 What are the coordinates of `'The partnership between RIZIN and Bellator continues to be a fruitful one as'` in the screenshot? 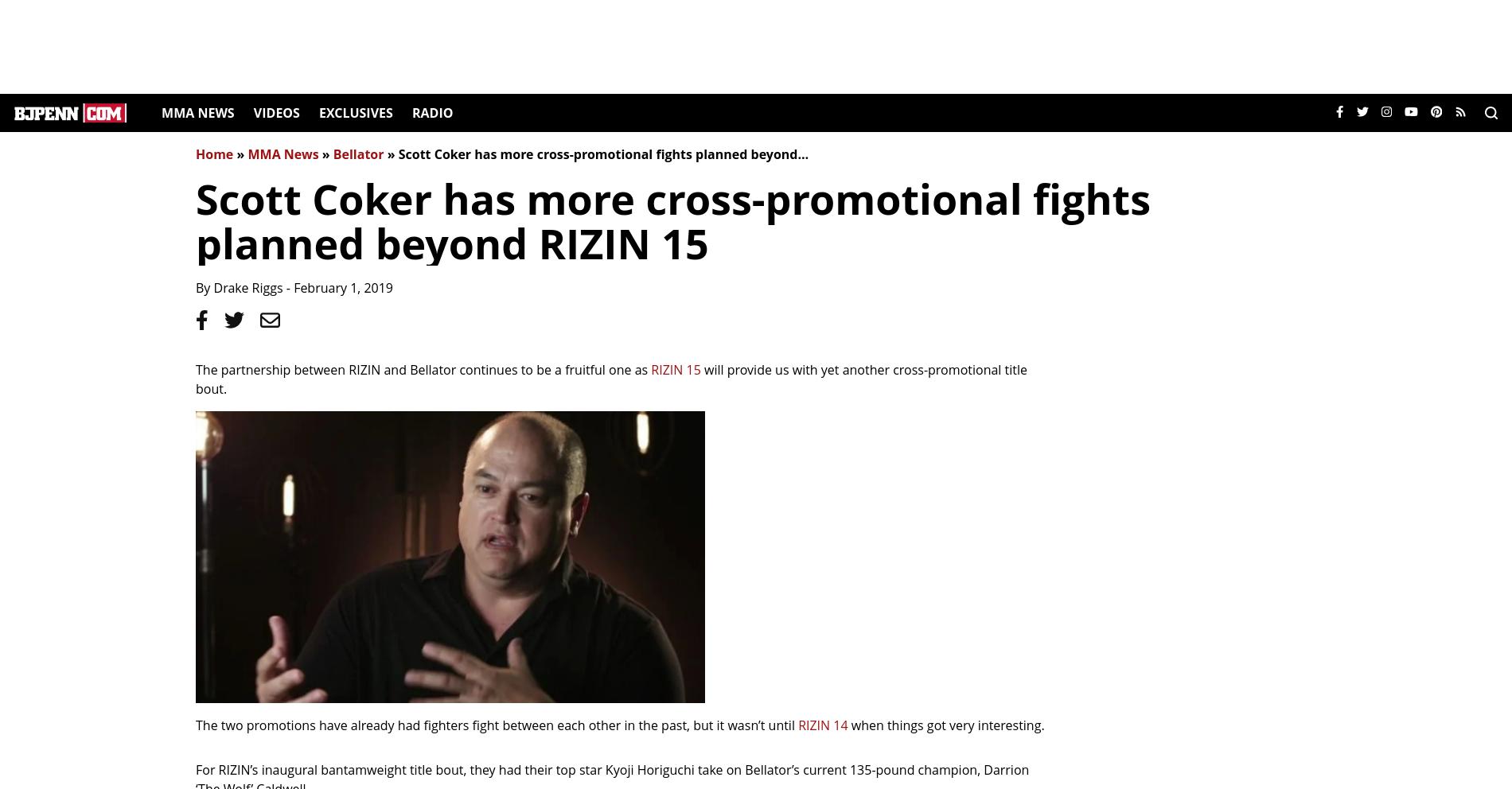 It's located at (423, 370).